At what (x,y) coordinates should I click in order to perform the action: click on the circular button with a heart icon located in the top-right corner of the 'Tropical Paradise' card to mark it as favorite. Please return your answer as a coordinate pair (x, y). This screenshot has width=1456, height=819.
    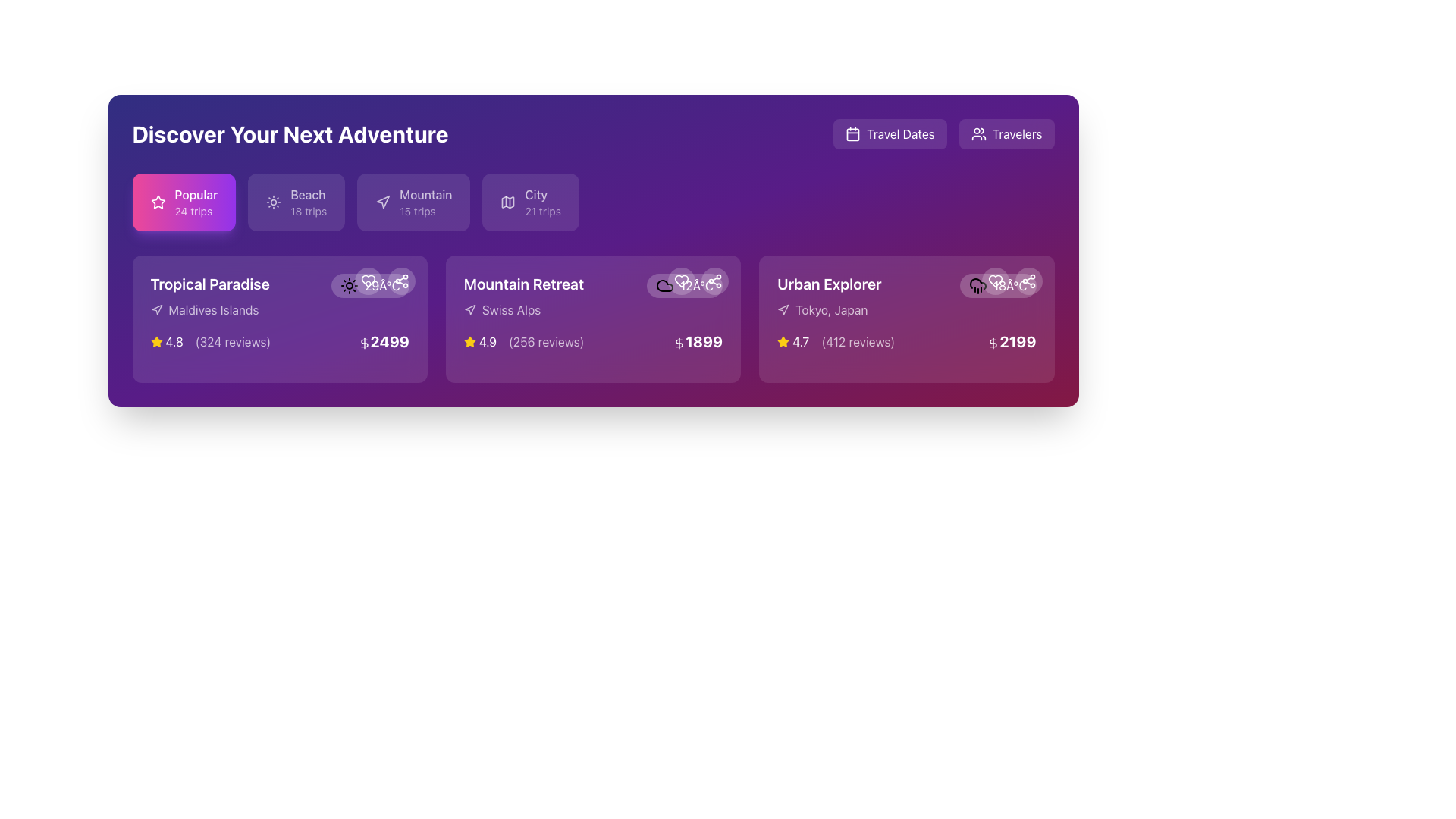
    Looking at the image, I should click on (368, 281).